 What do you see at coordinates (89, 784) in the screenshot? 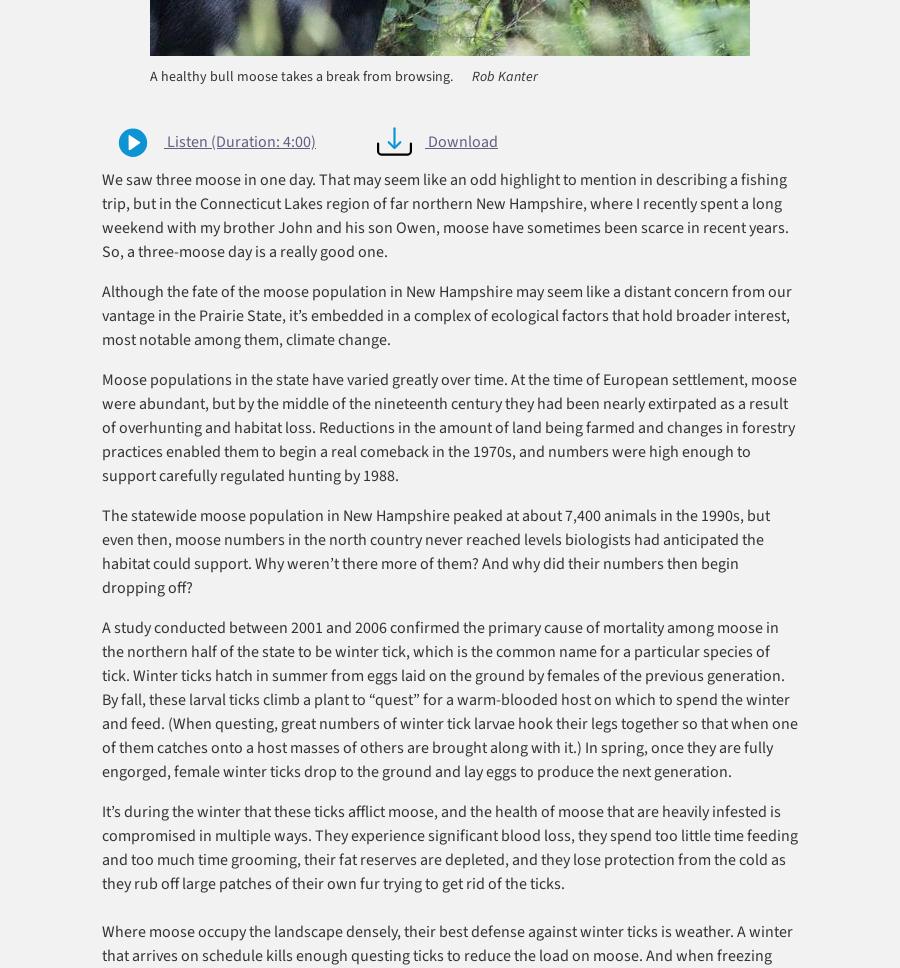
I see `'Research'` at bounding box center [89, 784].